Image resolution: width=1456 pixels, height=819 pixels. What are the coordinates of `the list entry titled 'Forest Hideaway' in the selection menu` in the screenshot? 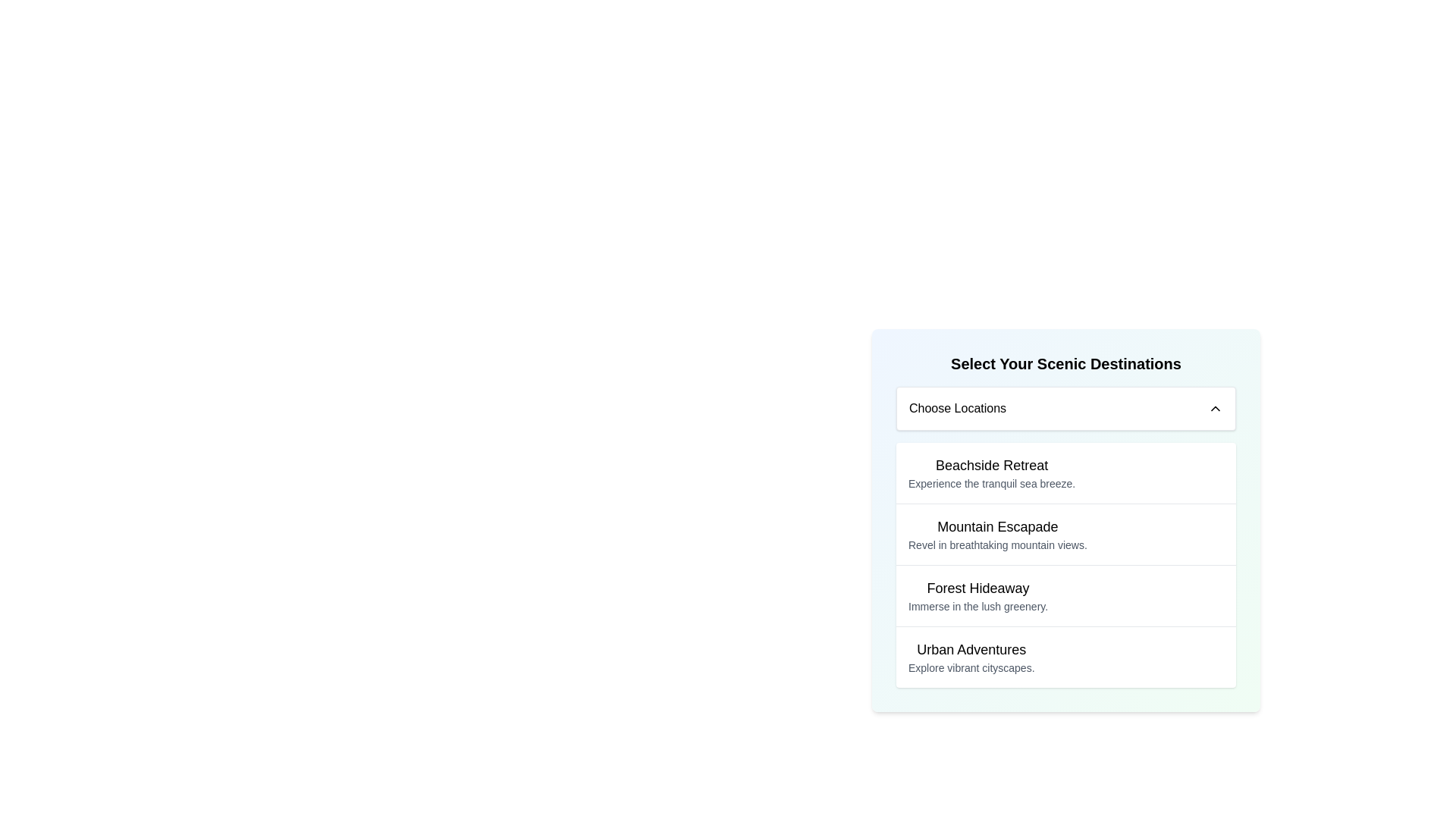 It's located at (1065, 595).